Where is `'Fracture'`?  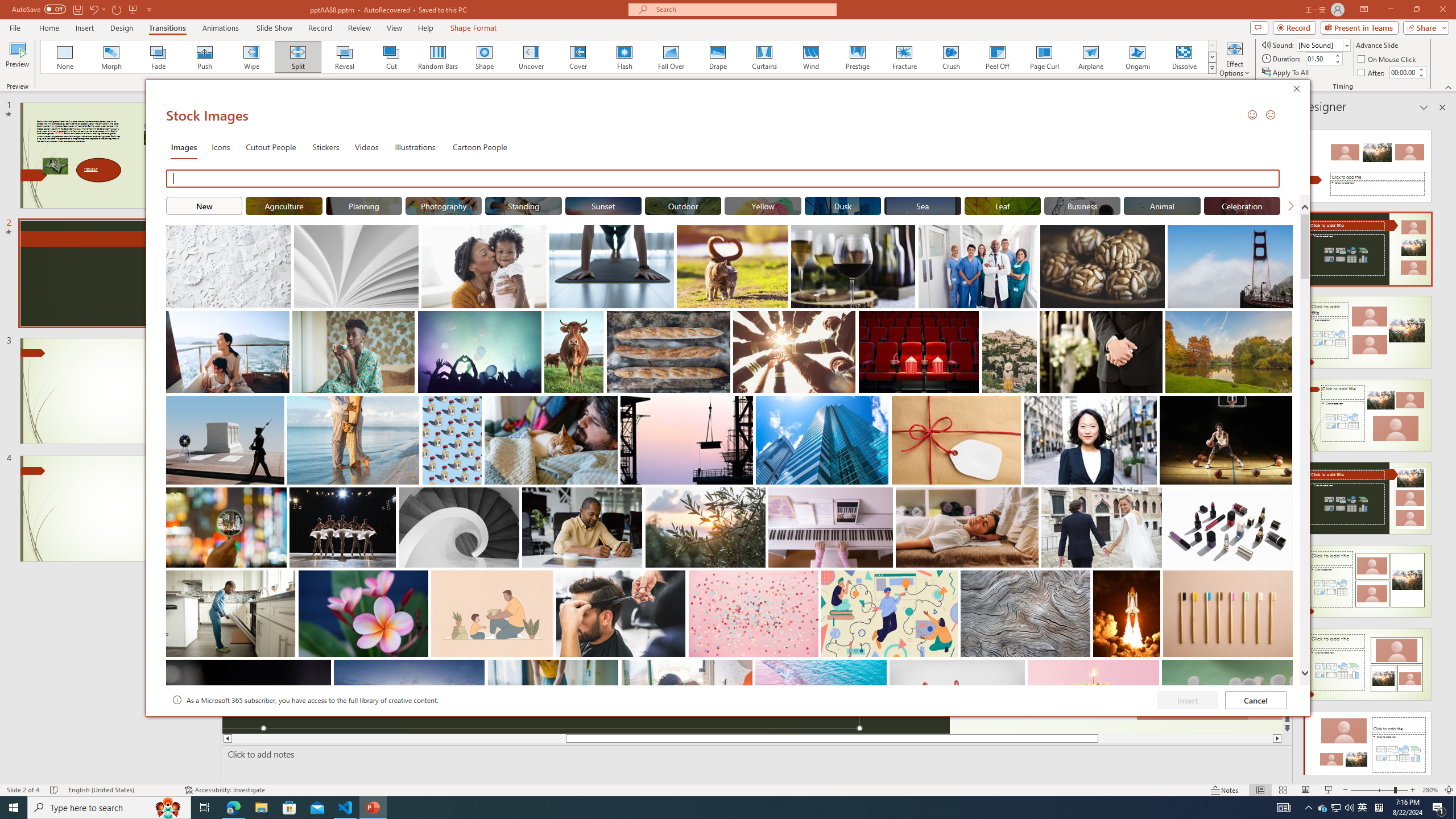 'Fracture' is located at coordinates (904, 56).